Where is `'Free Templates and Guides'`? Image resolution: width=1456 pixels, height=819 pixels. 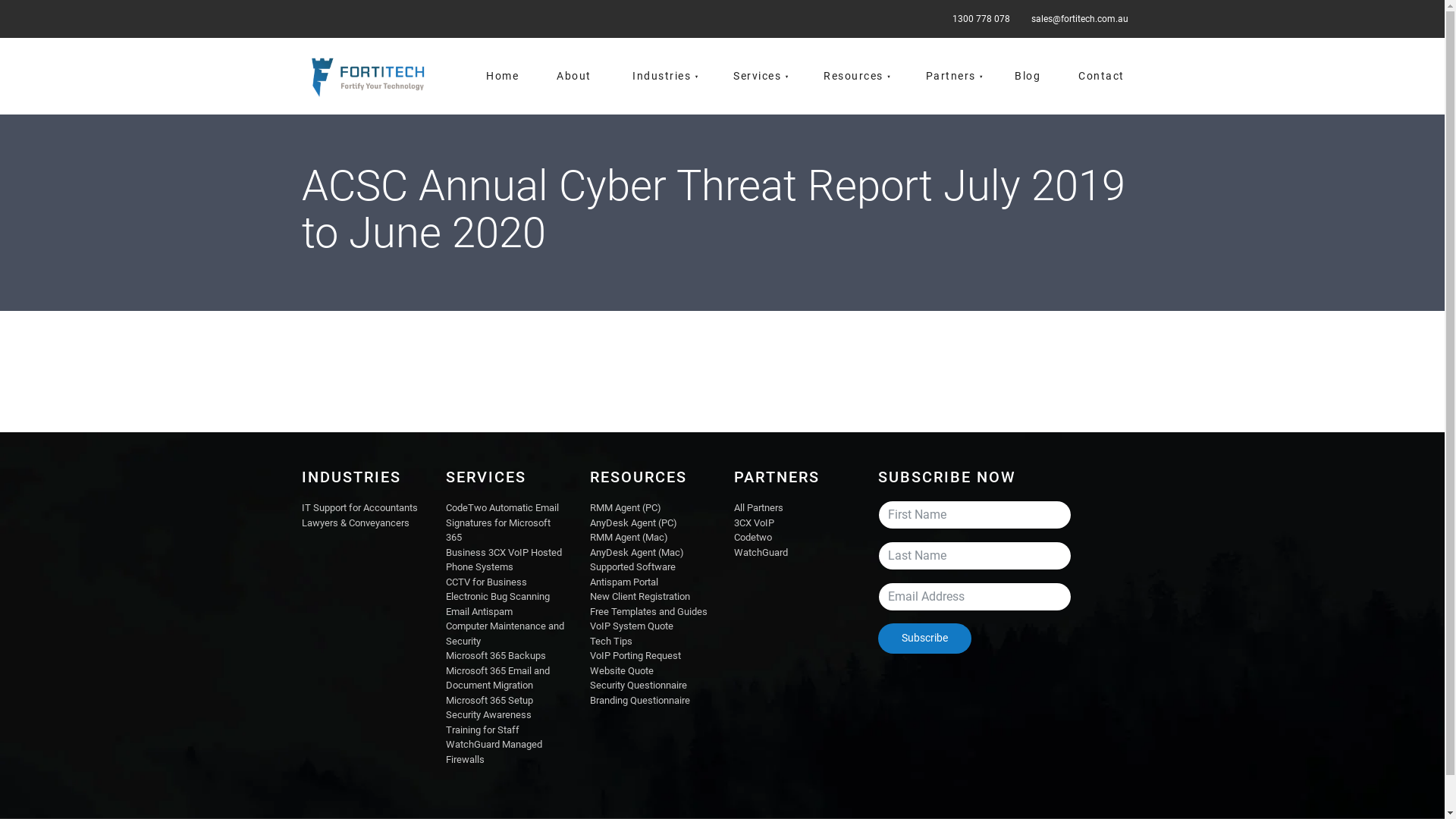
'Free Templates and Guides' is located at coordinates (588, 610).